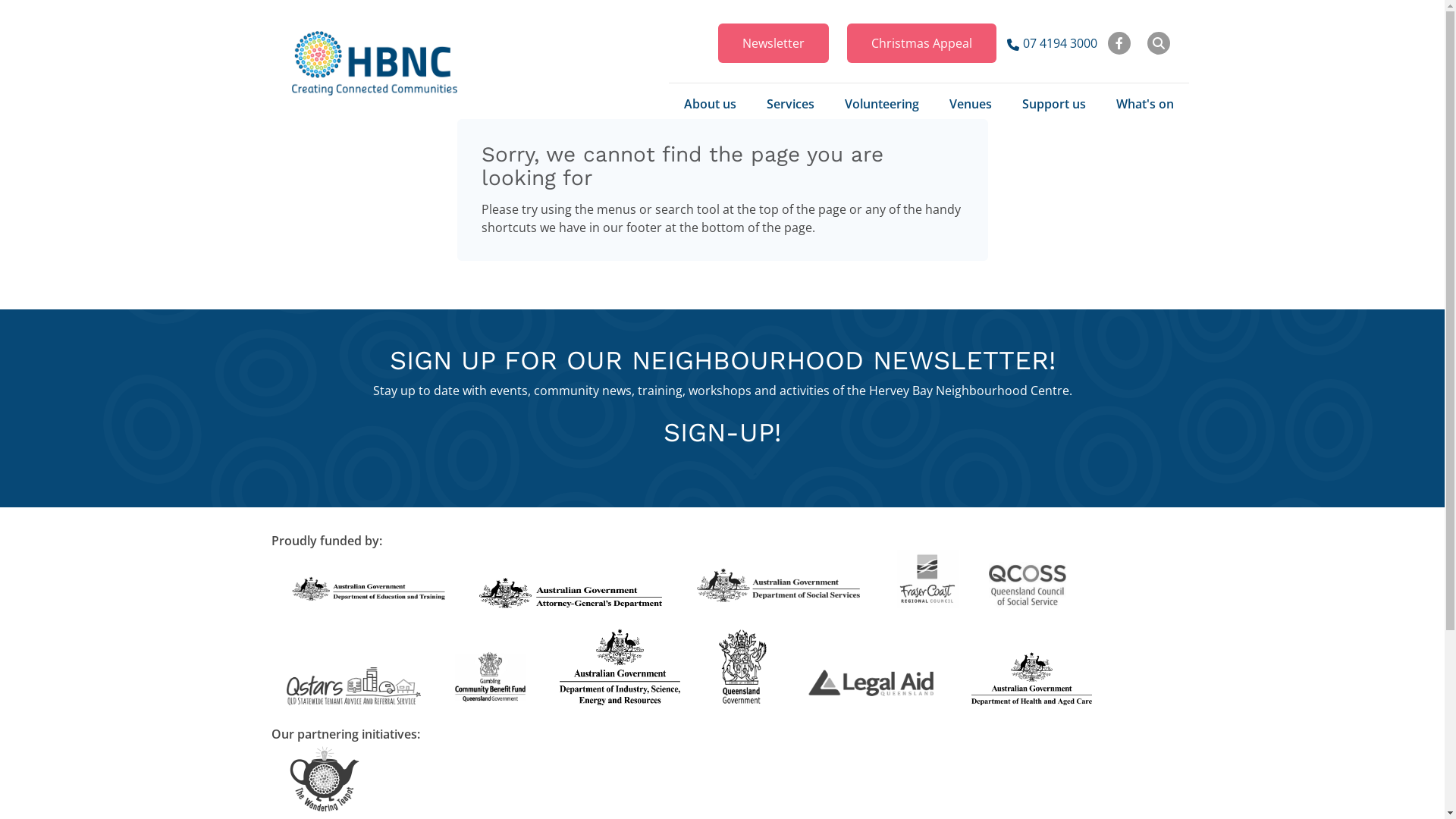  I want to click on 'HBNC', so click(375, 62).